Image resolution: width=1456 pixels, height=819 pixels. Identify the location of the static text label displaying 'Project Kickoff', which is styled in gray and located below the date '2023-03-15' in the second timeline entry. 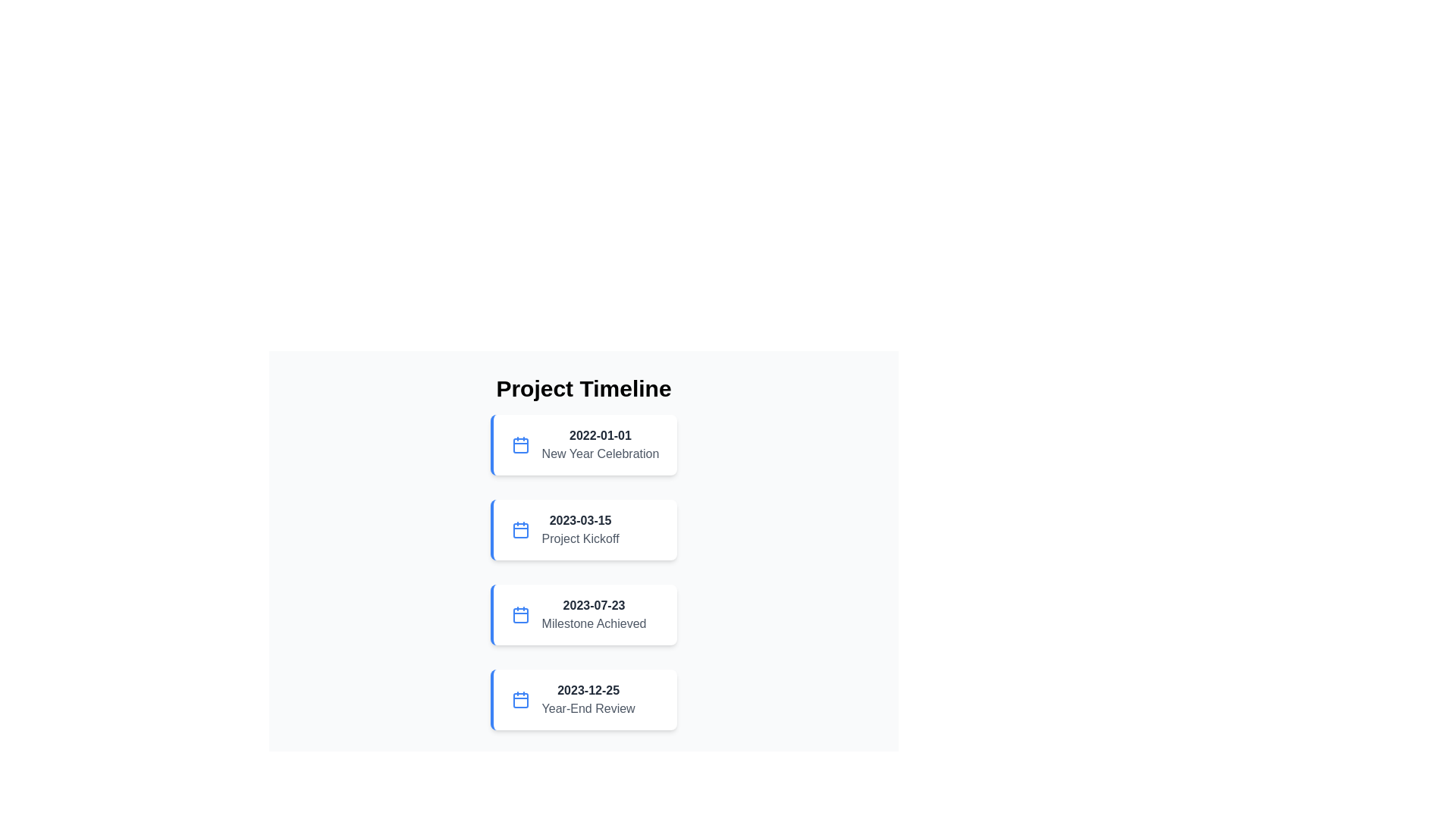
(579, 538).